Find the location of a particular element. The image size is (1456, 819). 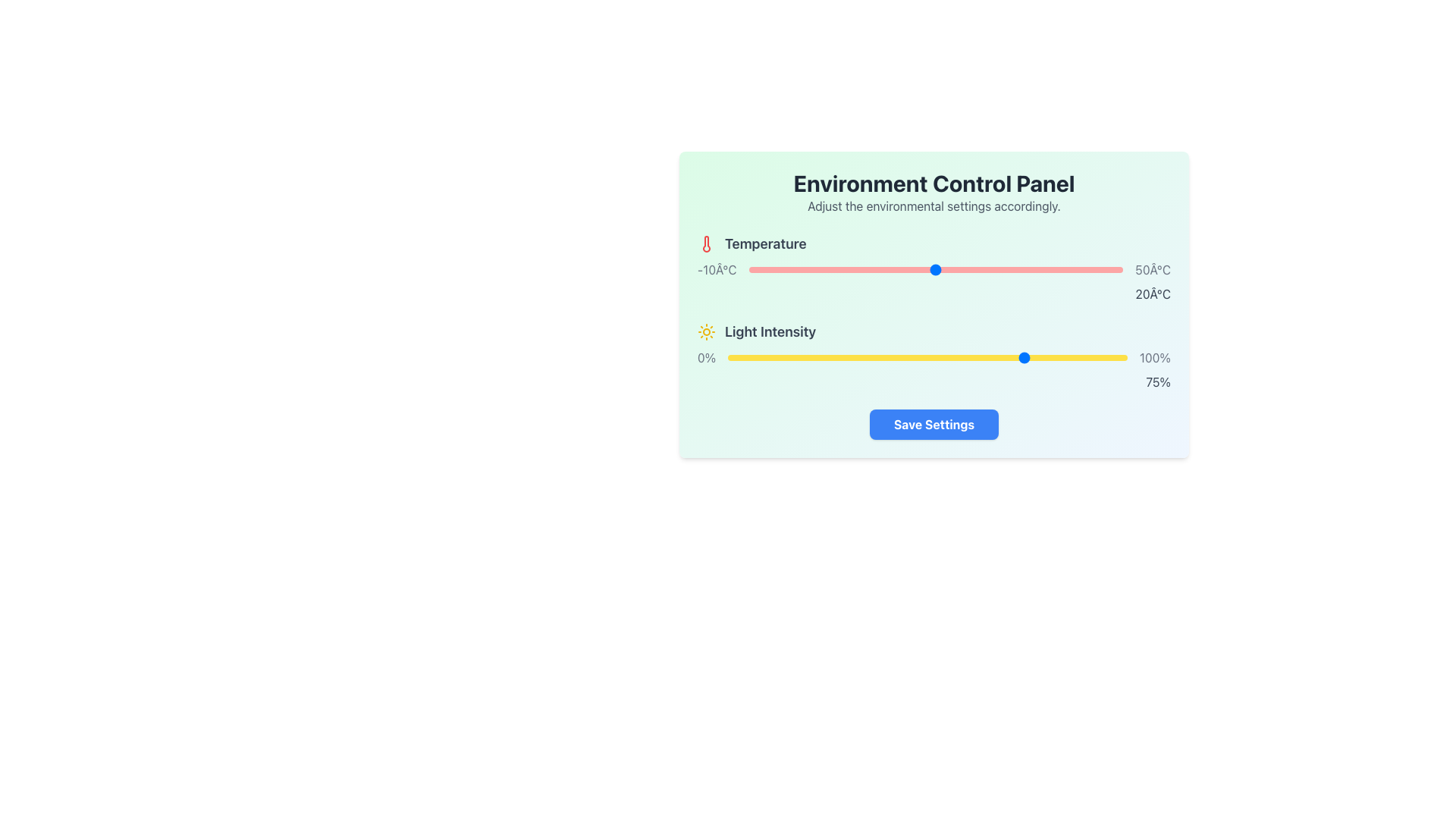

the 'Save Settings' button, which is a rectangular button with a blue background and bold white text, located at the bottom of the 'Environment Control Panel' is located at coordinates (934, 424).